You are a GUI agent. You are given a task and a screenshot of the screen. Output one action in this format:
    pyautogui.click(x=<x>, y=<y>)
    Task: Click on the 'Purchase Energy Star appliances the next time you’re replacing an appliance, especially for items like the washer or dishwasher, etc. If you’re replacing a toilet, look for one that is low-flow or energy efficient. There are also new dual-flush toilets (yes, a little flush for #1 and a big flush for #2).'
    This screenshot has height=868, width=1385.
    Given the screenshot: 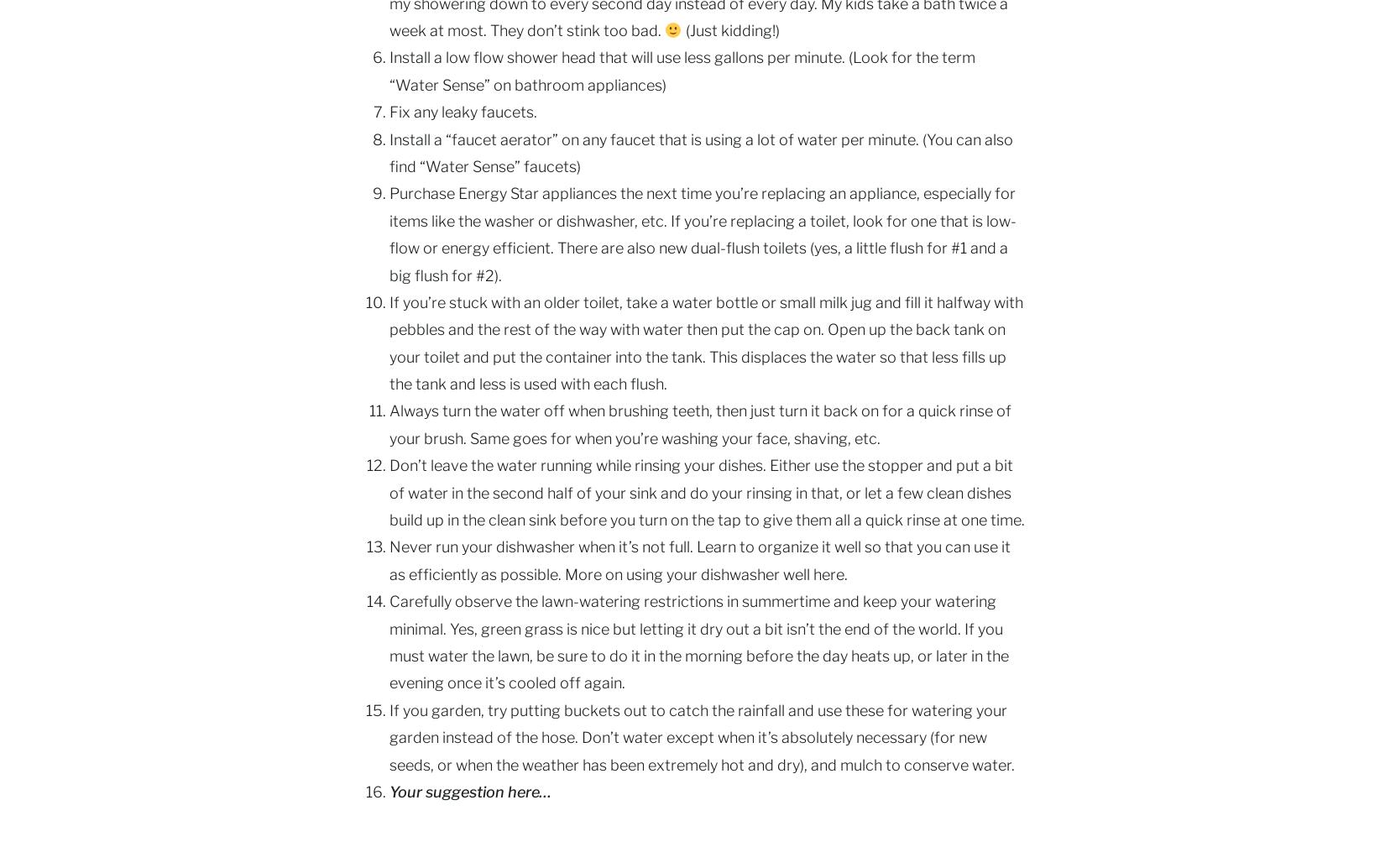 What is the action you would take?
    pyautogui.click(x=703, y=233)
    